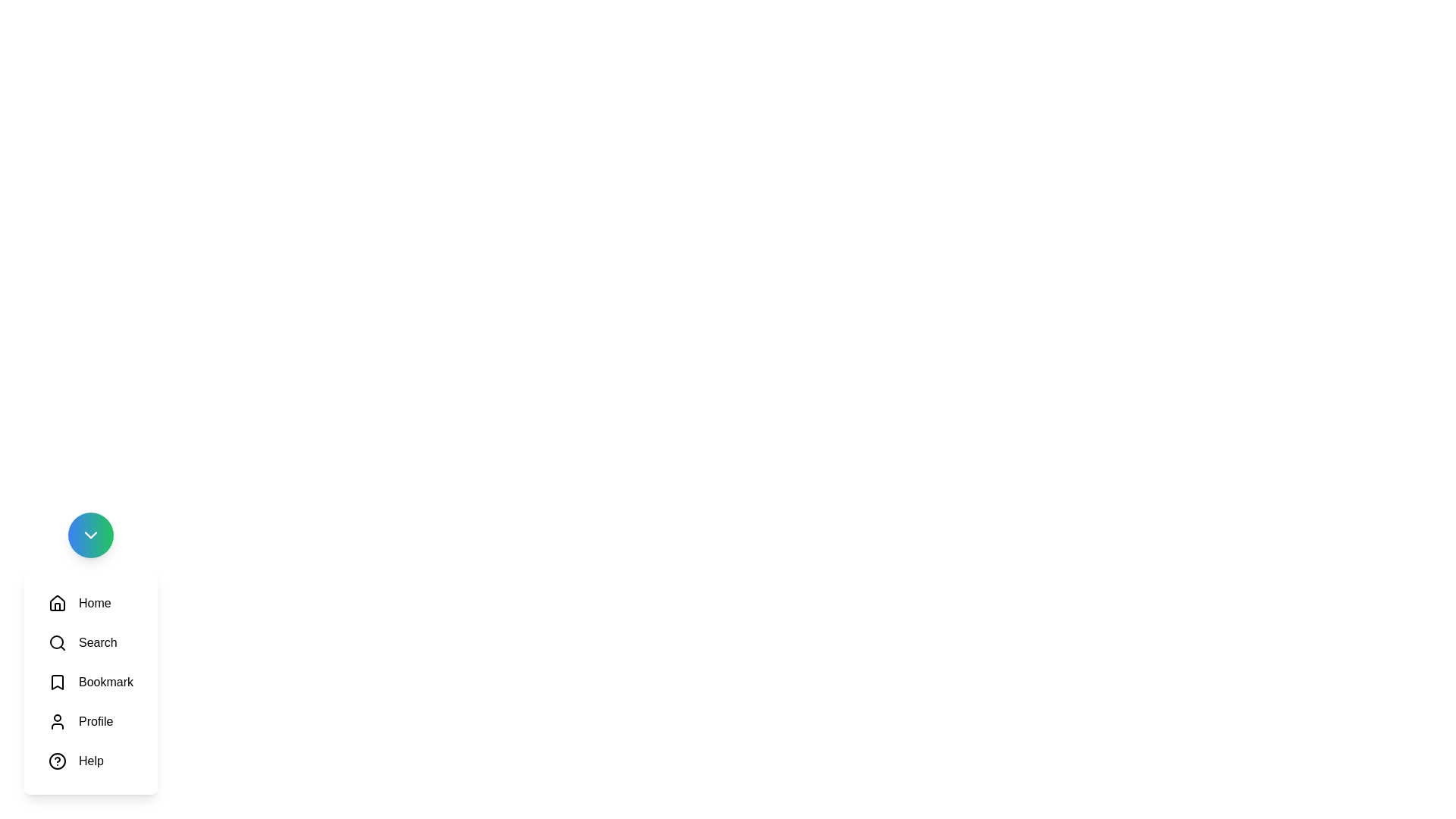 The width and height of the screenshot is (1456, 819). I want to click on the Profile option in the menu, so click(80, 721).